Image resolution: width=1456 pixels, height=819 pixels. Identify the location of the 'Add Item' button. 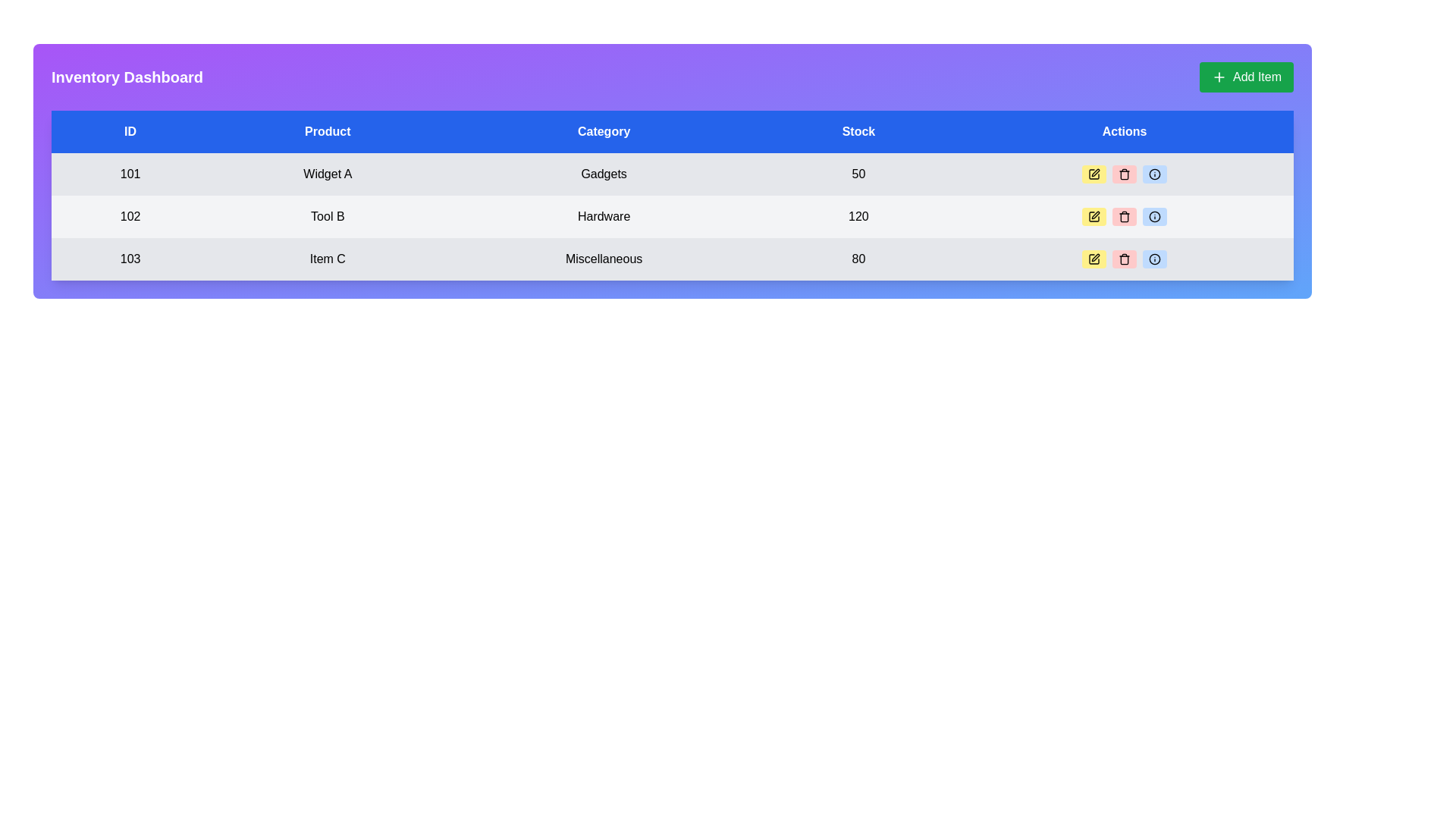
(1246, 77).